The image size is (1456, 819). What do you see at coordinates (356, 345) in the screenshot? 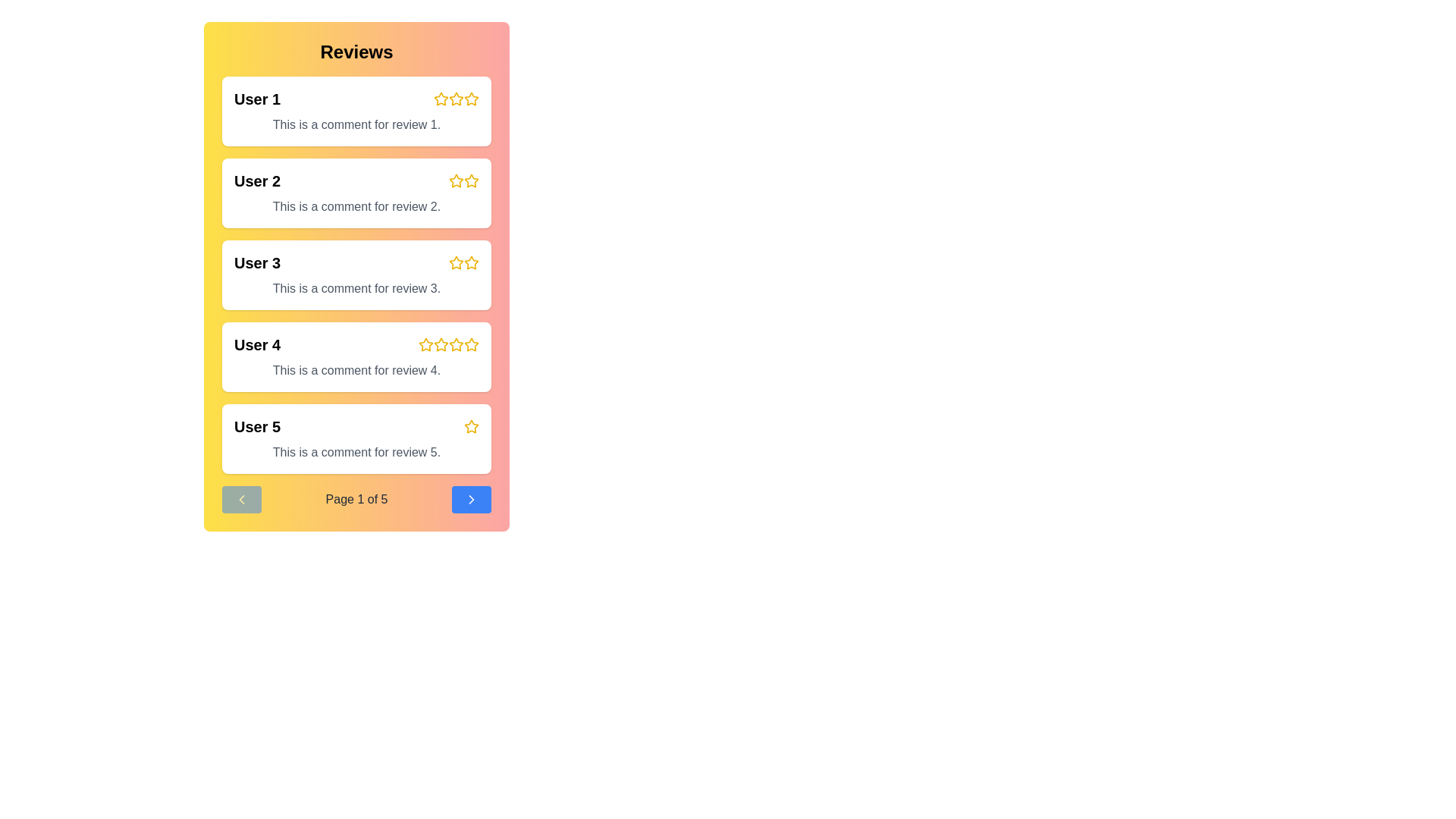
I see `the username 'User 4' in the fourth review item` at bounding box center [356, 345].